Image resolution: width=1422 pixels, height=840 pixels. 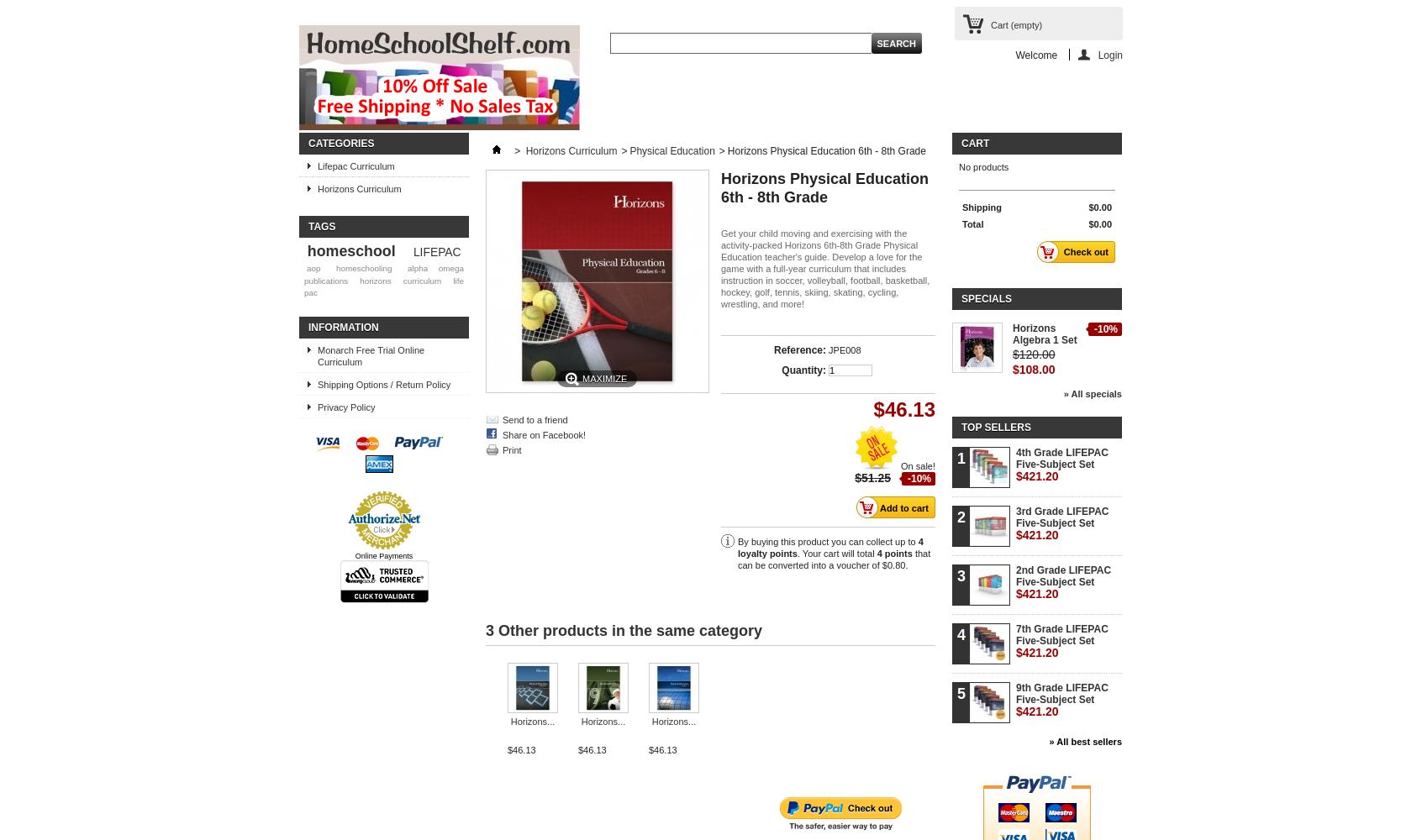 I want to click on 'curriculum', so click(x=402, y=279).